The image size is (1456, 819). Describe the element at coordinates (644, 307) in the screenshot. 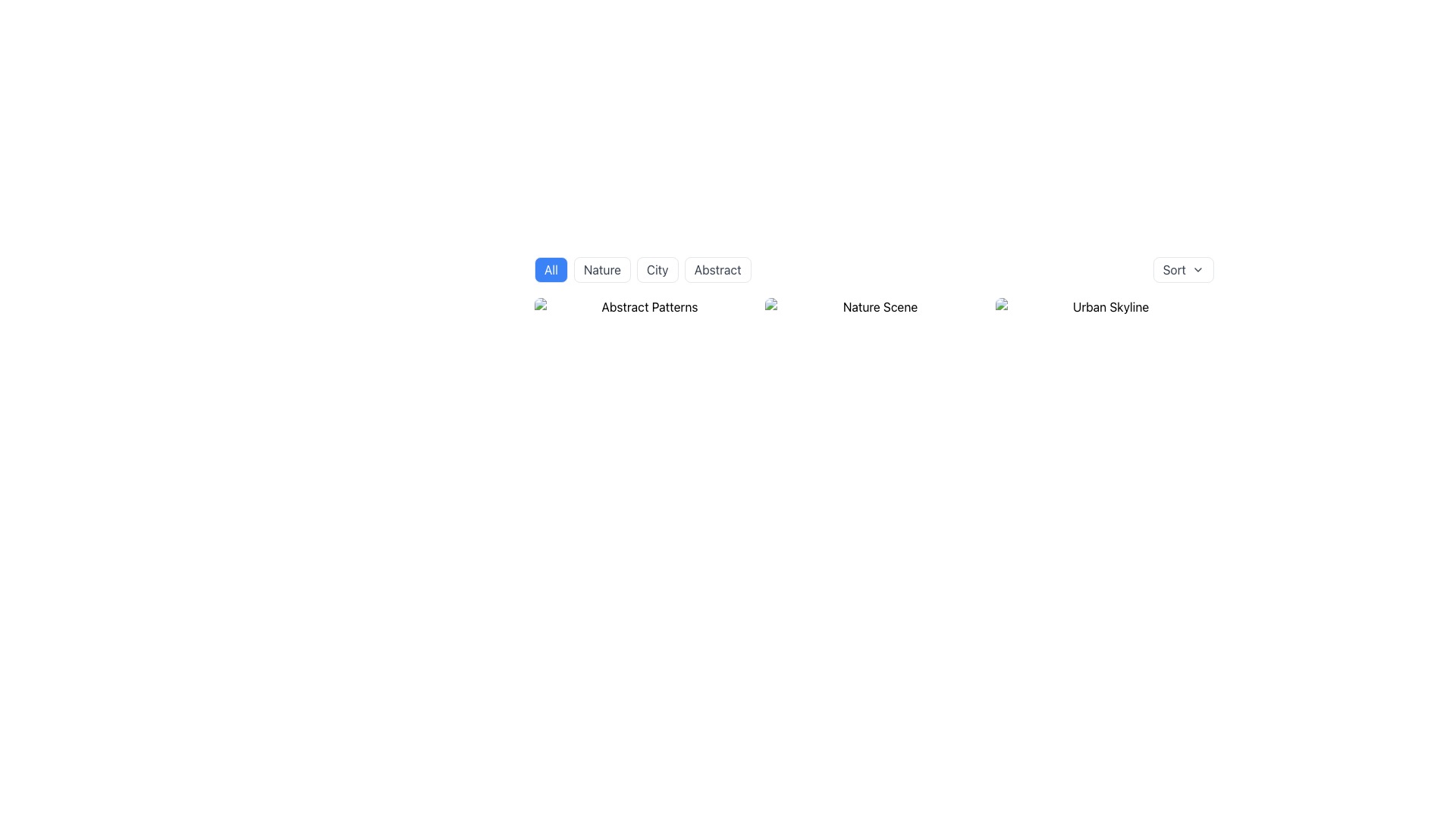

I see `the first item in the grid, representing the 'Abstract Patterns' category` at that location.